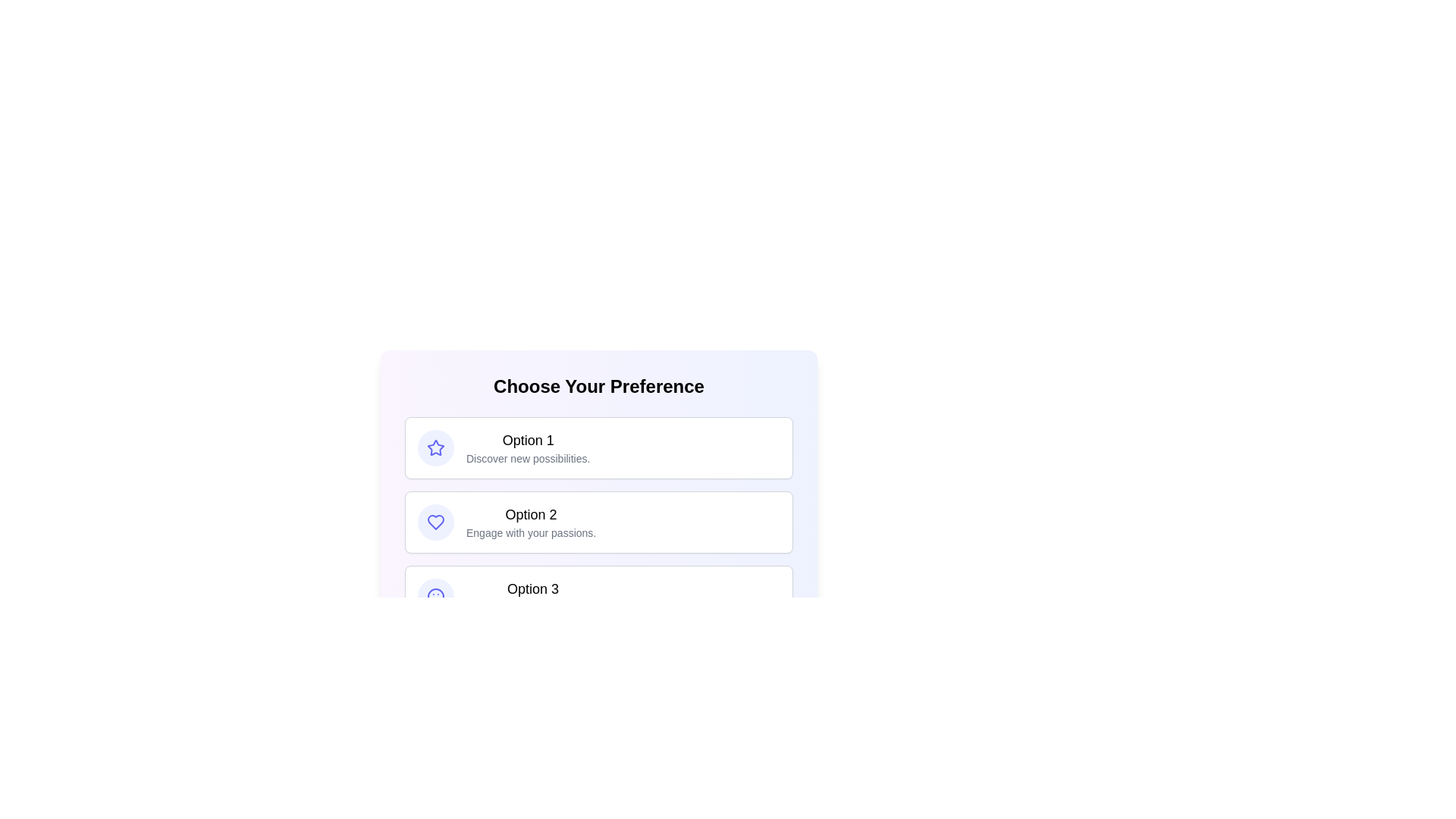  I want to click on the selectable option labeled with a title and subtitle, which is the third item in a vertical list of options, so click(598, 595).